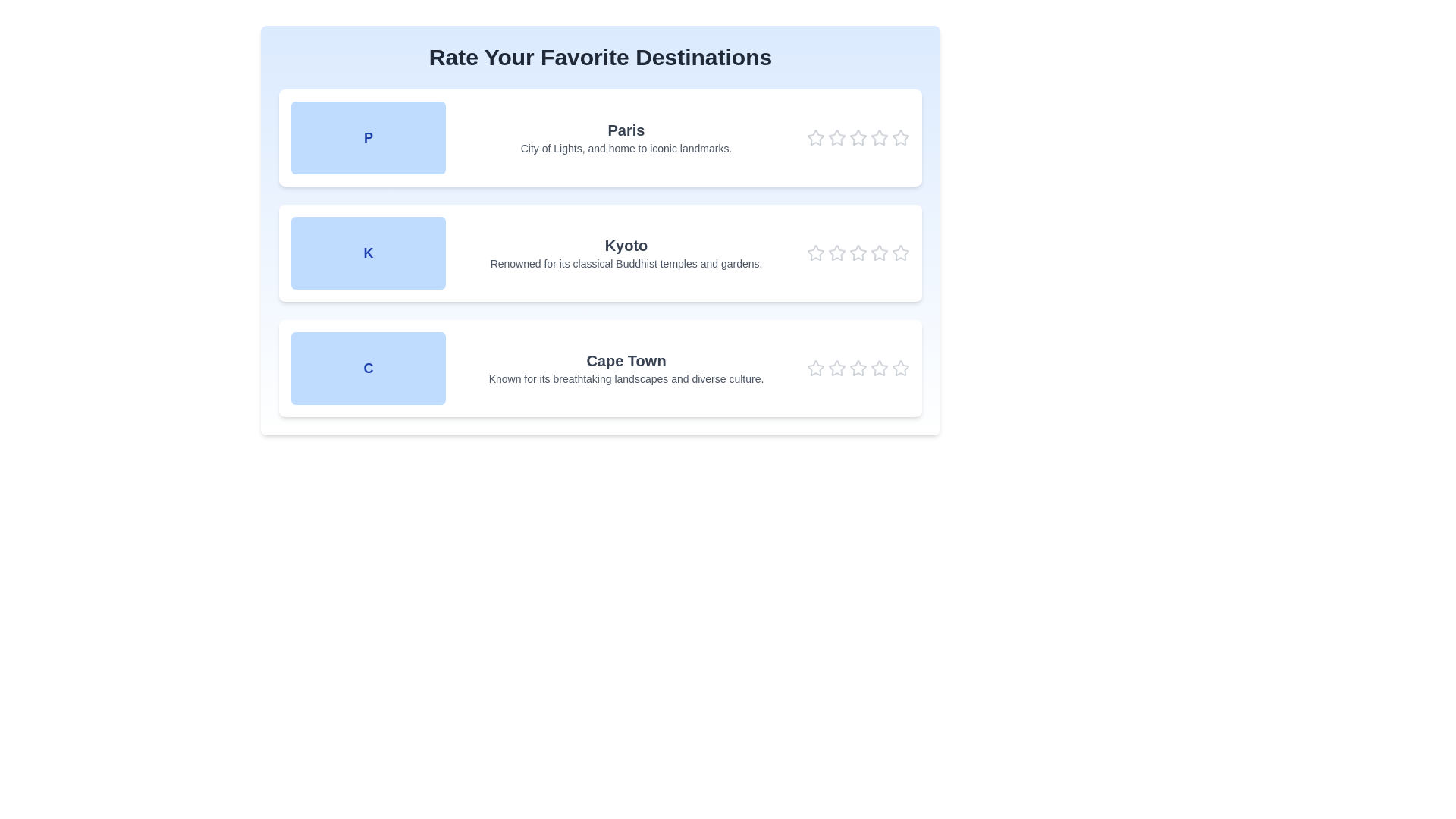 The image size is (1456, 819). I want to click on the first star in the 5-star rating system for the 'Cape Town' section, so click(814, 369).